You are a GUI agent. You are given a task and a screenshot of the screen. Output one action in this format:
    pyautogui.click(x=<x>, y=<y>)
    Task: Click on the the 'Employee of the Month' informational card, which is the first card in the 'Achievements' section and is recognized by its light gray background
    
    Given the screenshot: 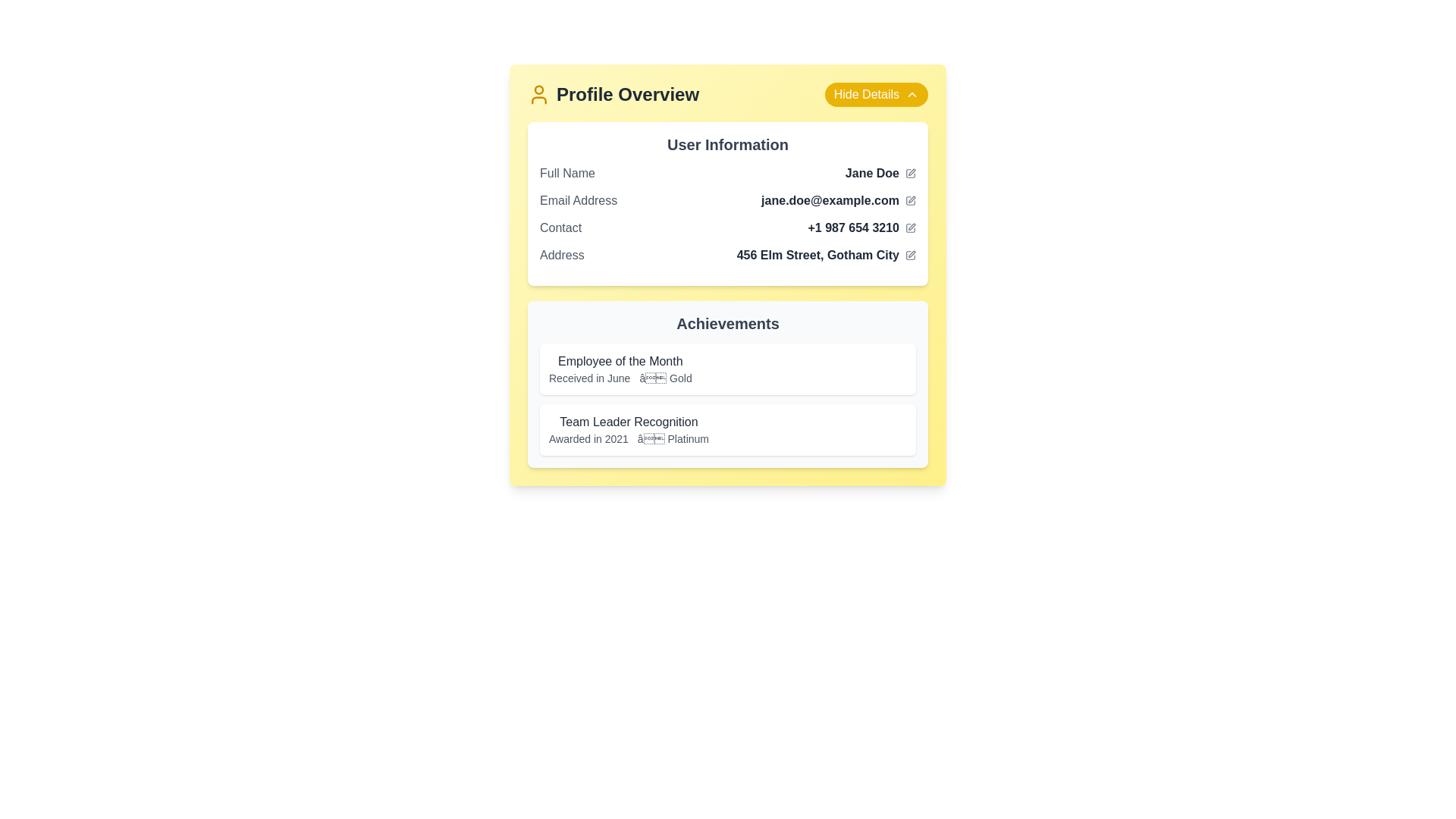 What is the action you would take?
    pyautogui.click(x=728, y=369)
    